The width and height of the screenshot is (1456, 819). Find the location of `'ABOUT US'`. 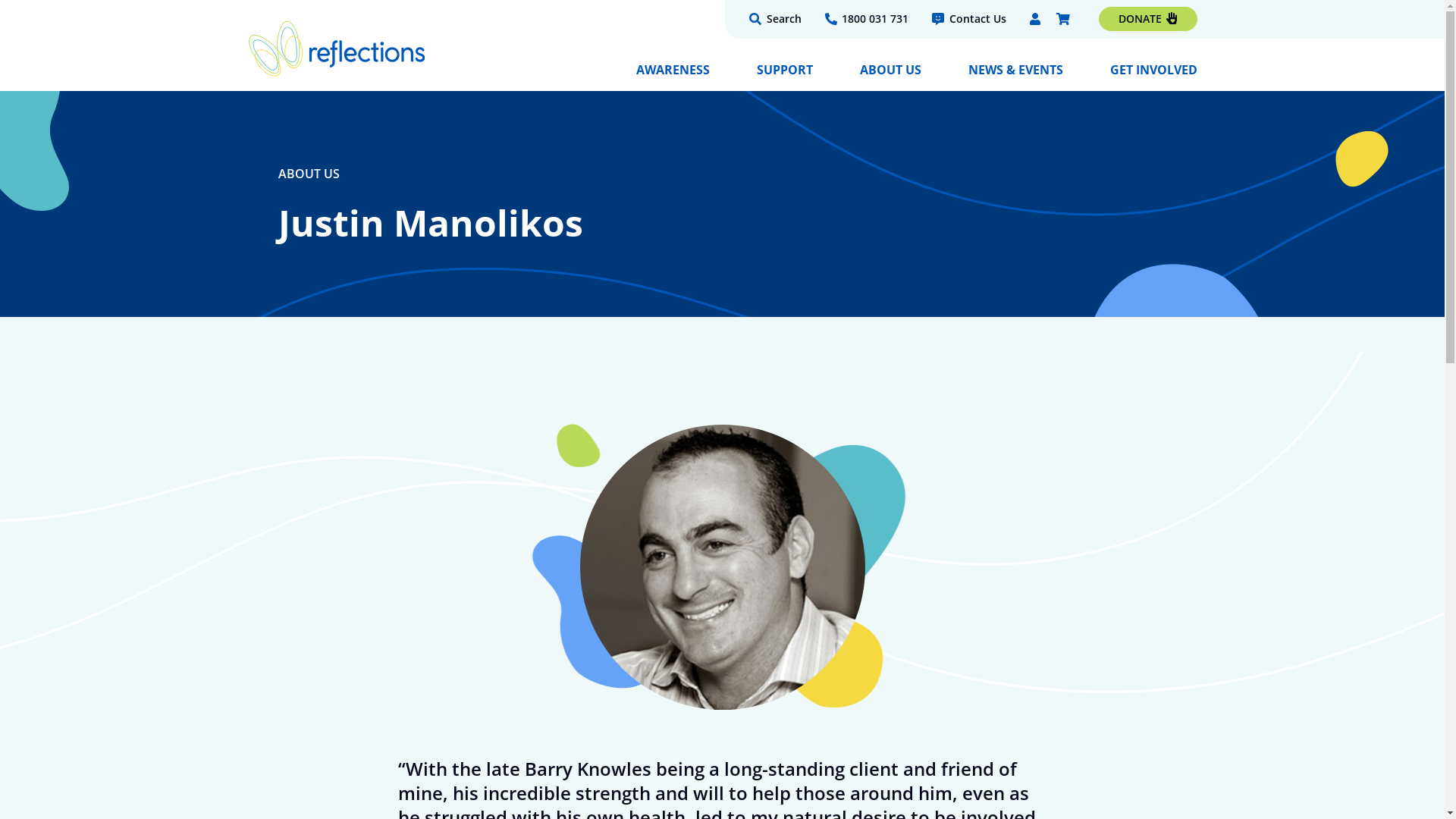

'ABOUT US' is located at coordinates (890, 76).